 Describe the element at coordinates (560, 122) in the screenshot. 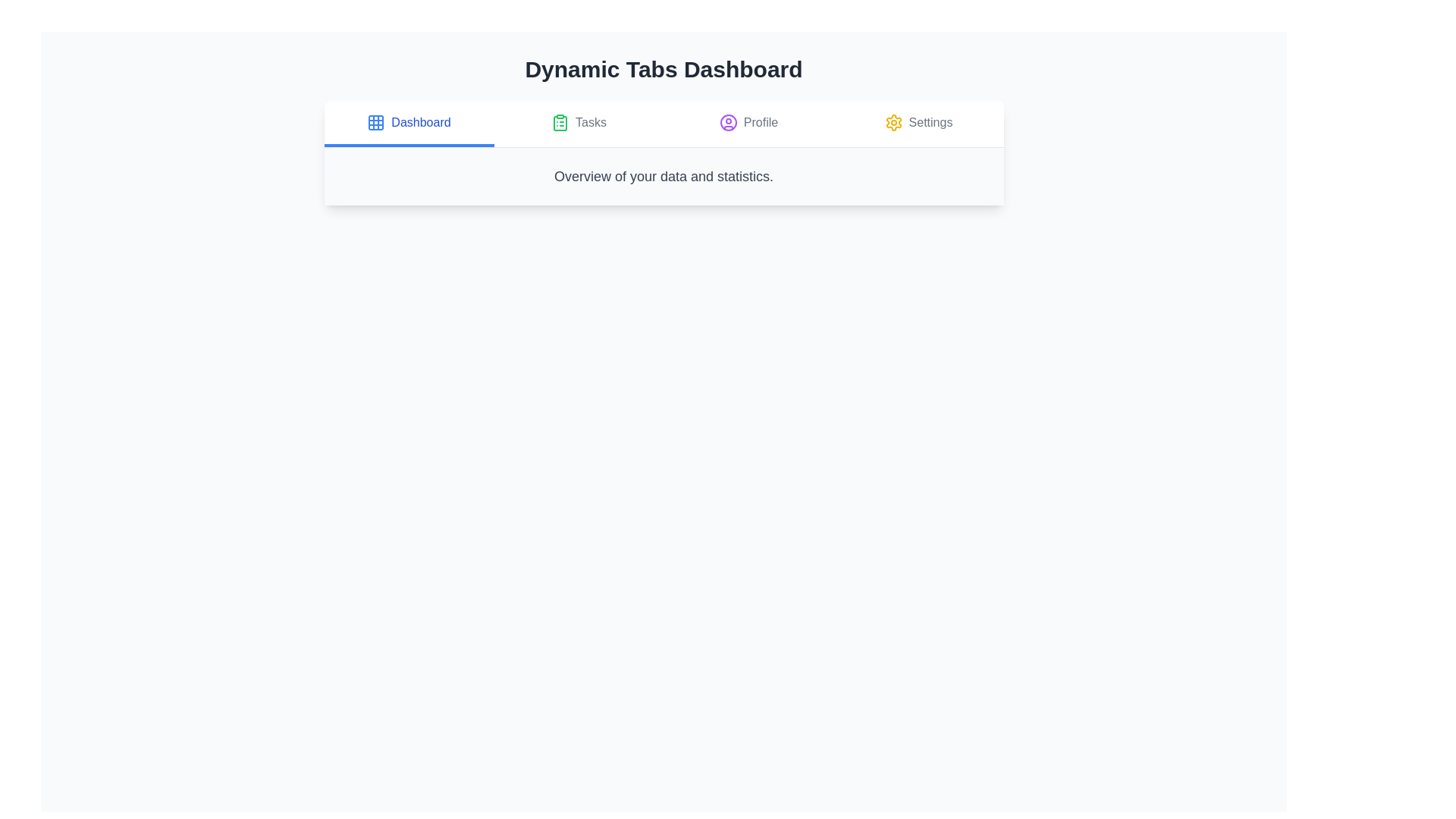

I see `the green clipboard icon located in the 'Tasks' tab, which is the second icon in a row of four tabs at the top-center of the interface` at that location.